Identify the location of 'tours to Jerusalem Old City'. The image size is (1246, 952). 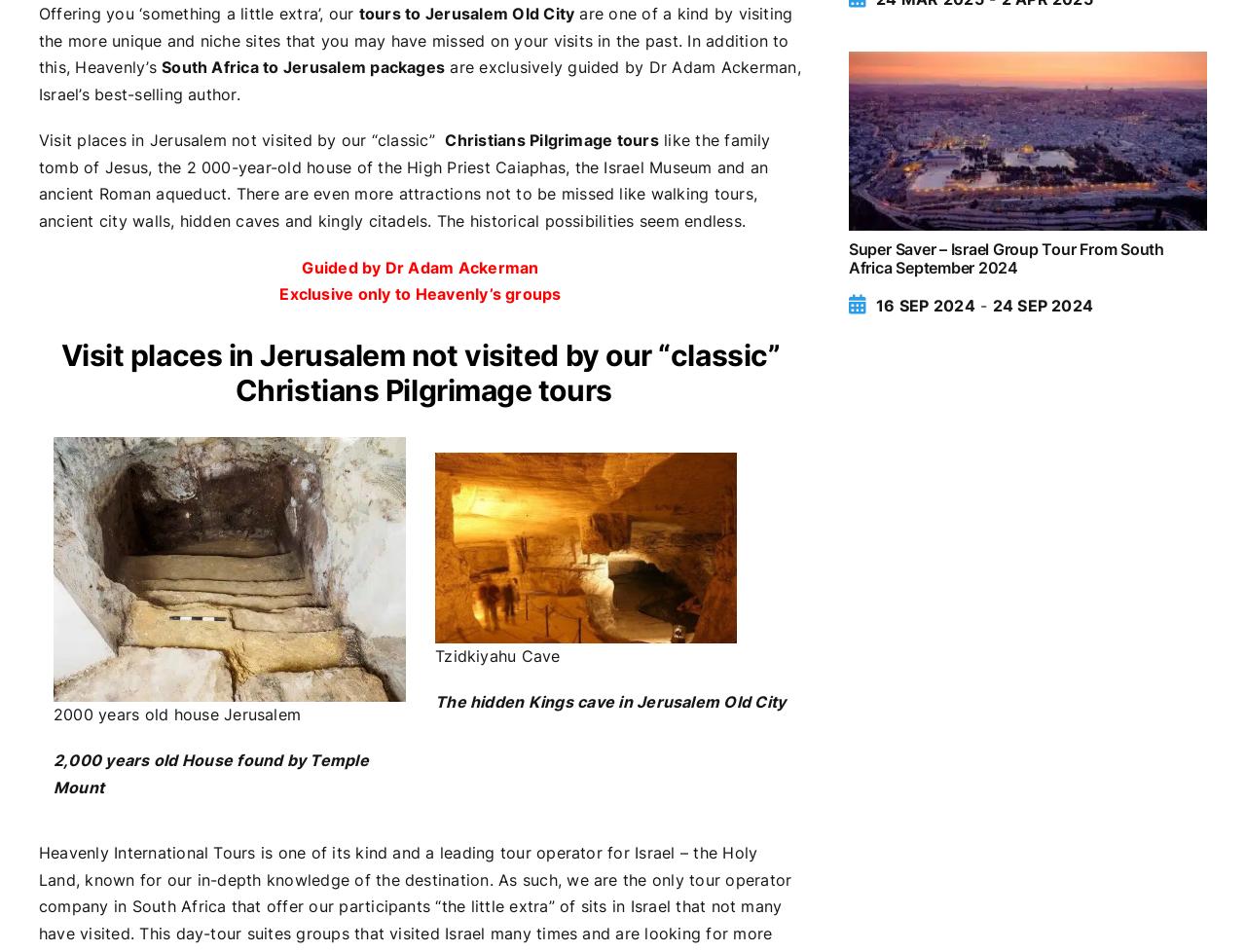
(464, 13).